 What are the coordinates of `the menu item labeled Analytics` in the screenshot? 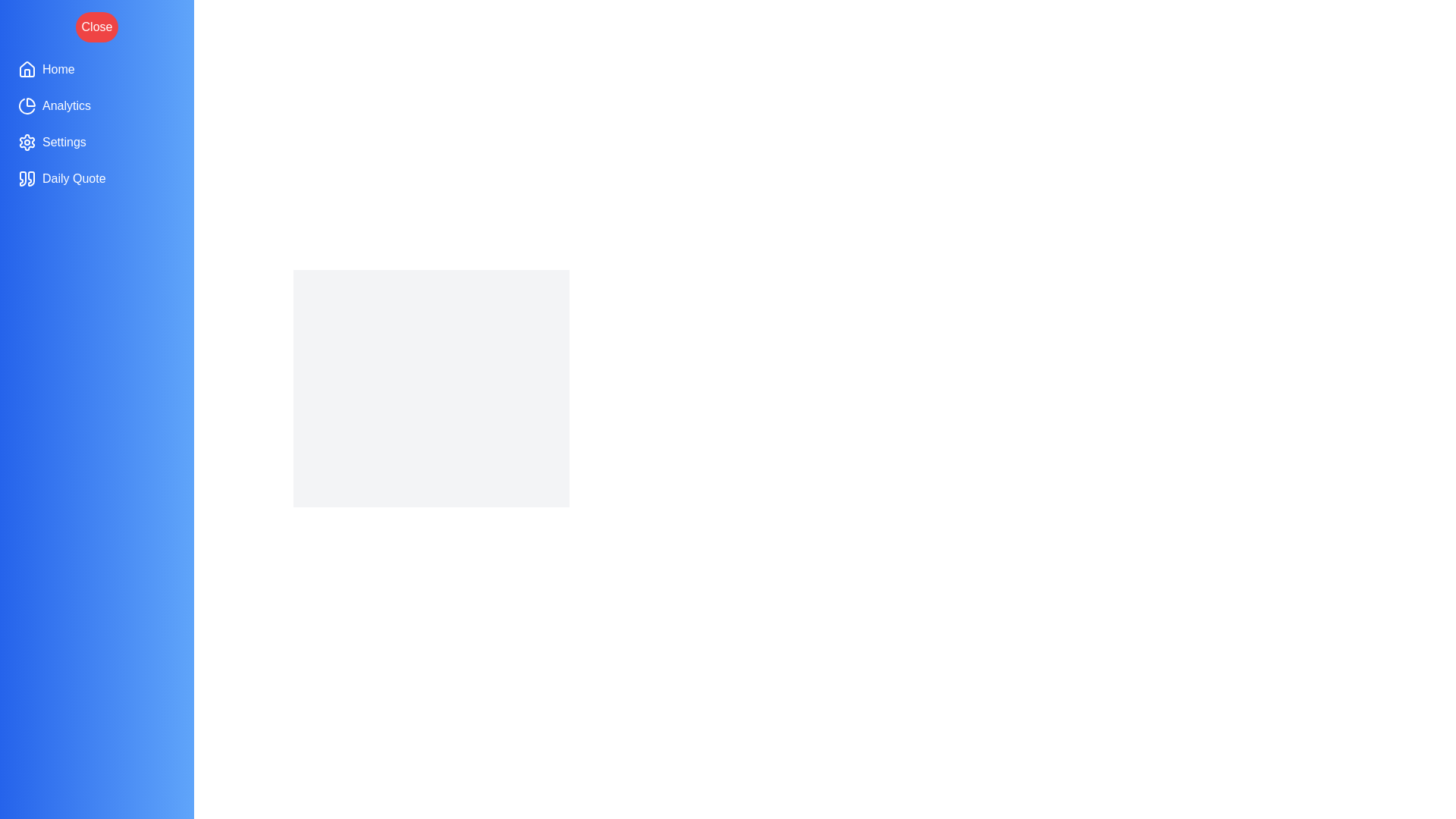 It's located at (96, 105).